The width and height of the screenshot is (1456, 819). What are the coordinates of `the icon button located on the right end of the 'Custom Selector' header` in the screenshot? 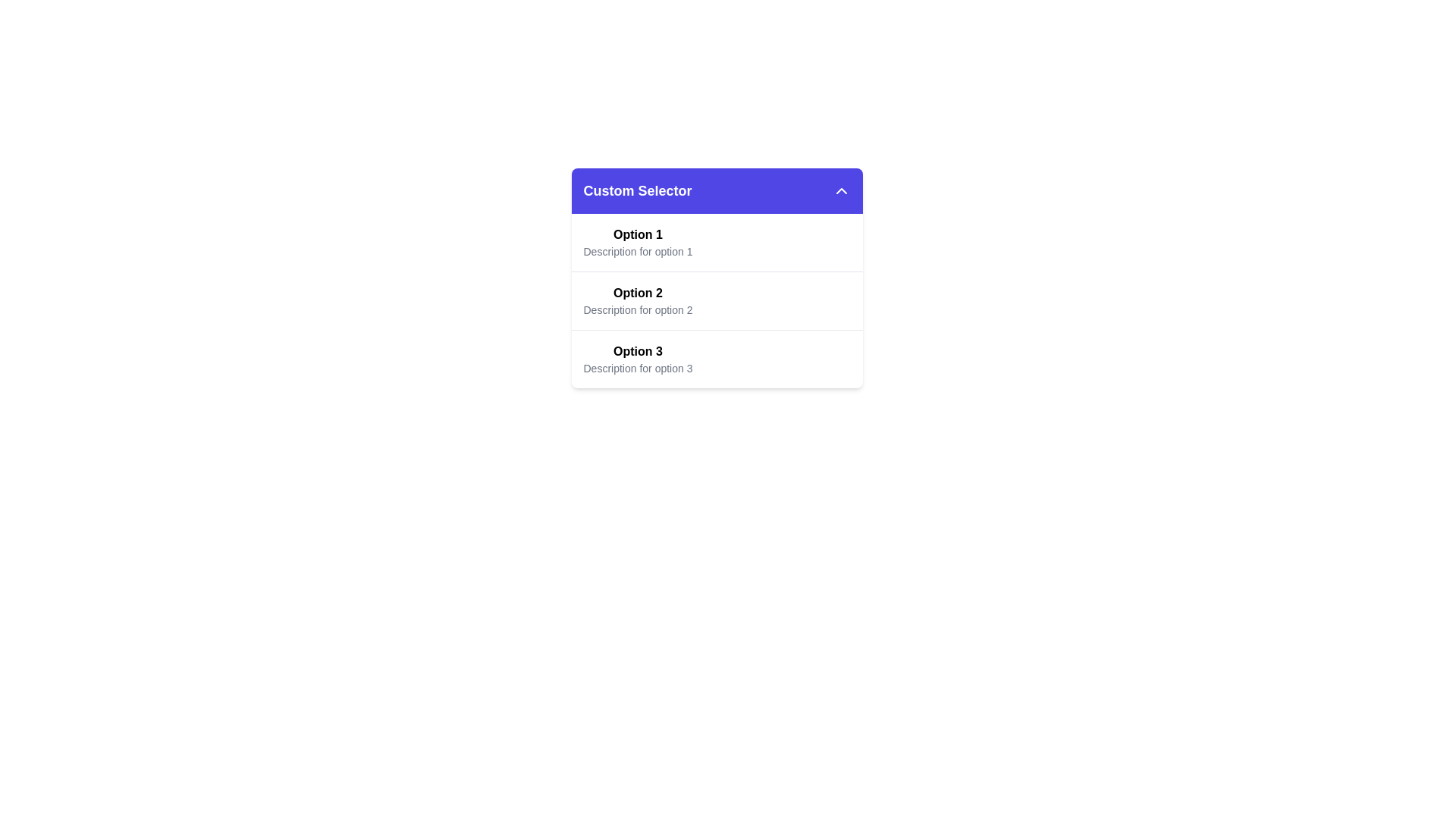 It's located at (840, 190).